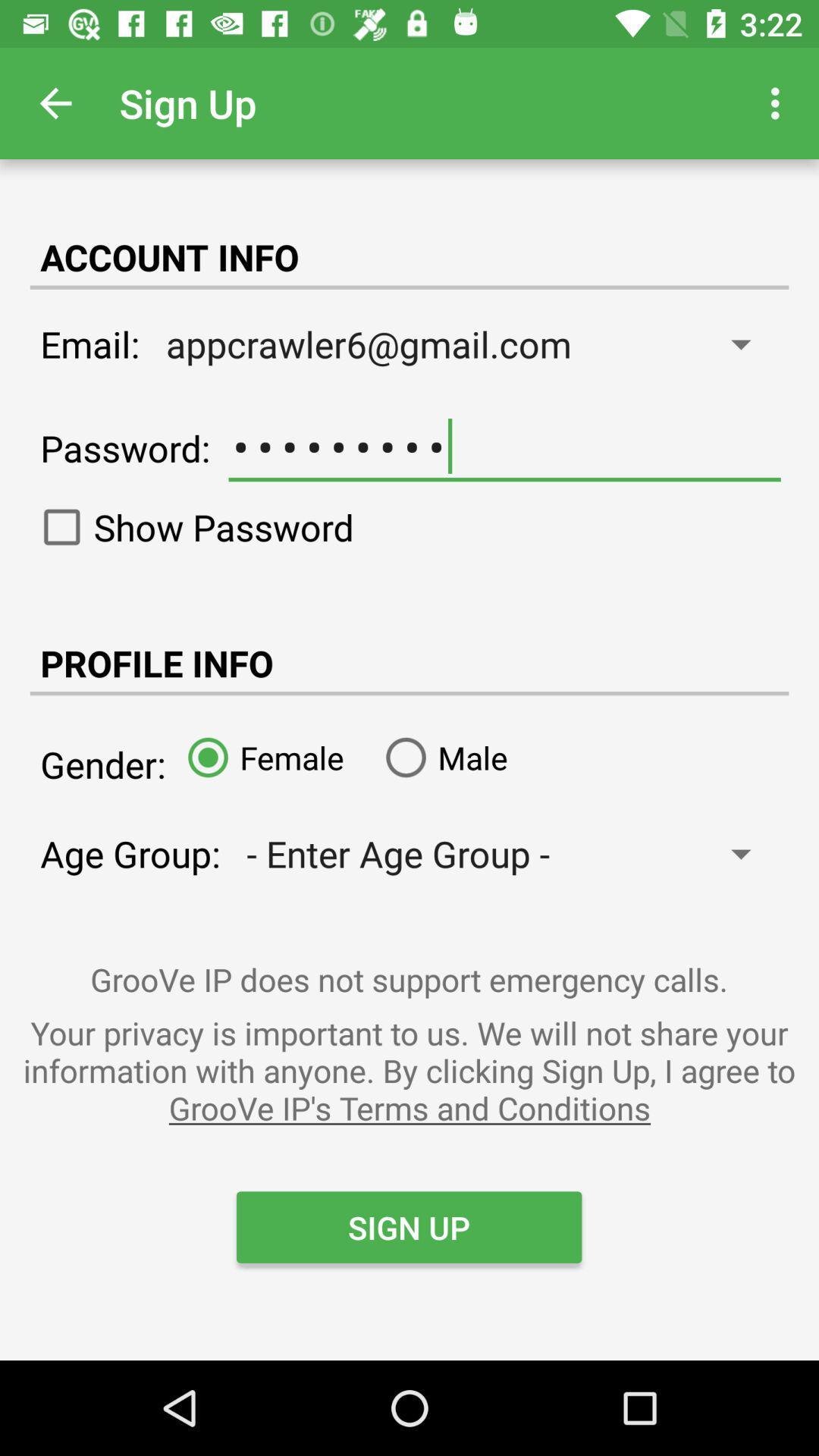  I want to click on the icon next to the sign up app, so click(779, 102).